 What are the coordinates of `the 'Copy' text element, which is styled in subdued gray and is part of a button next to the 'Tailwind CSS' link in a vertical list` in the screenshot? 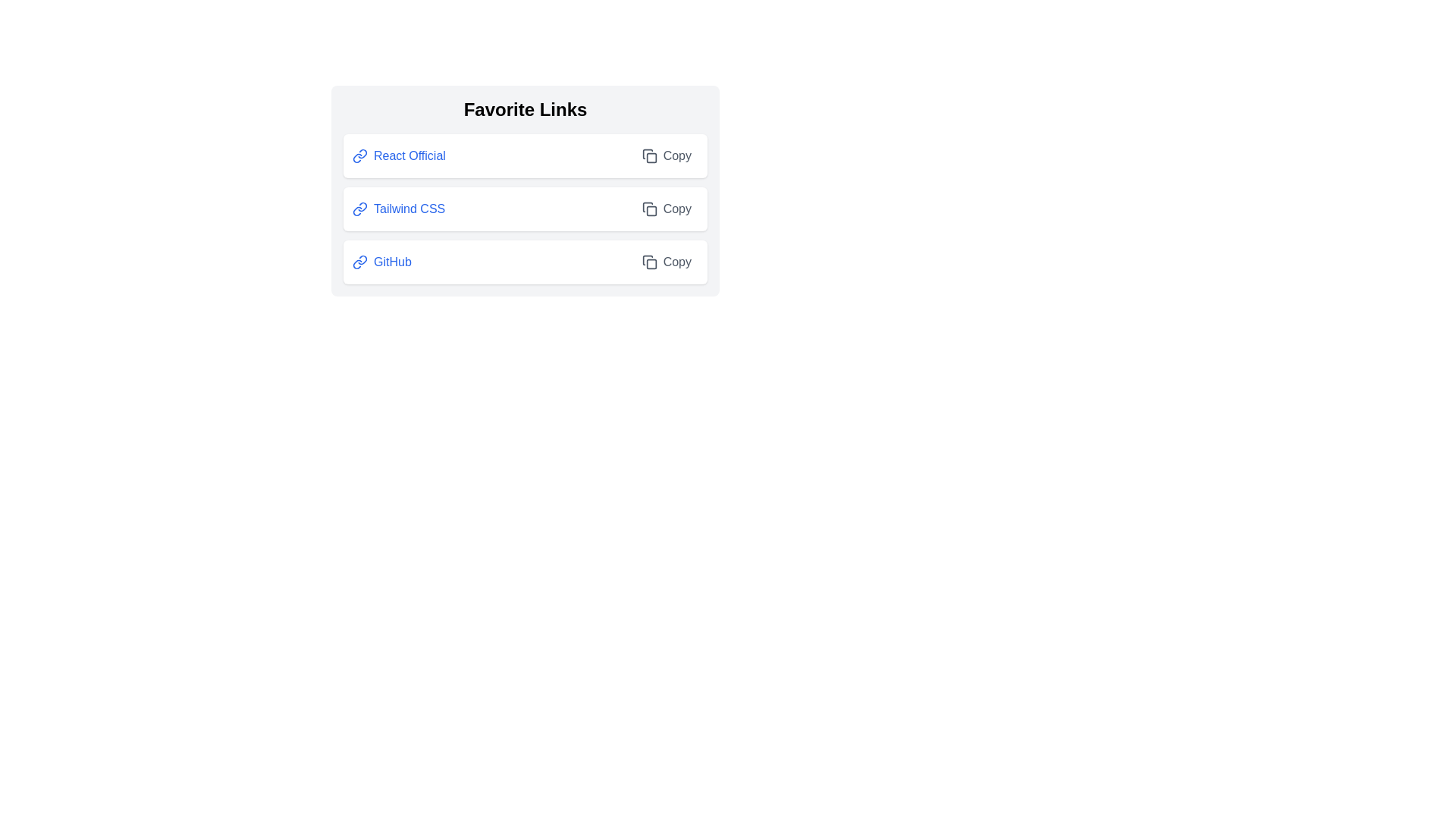 It's located at (676, 209).